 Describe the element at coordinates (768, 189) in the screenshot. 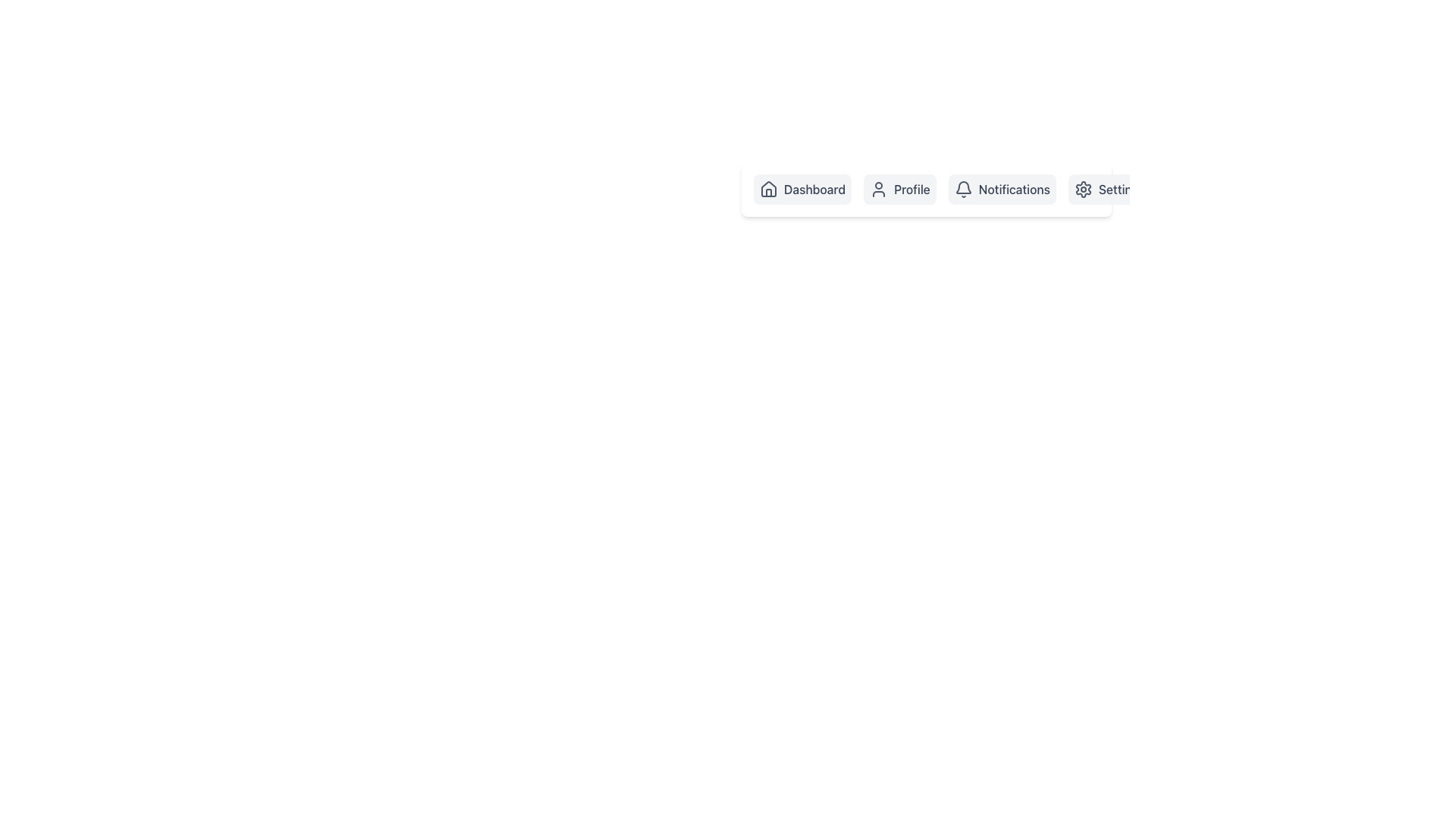

I see `the 'Dashboard' icon located at the far left of the navigation bar, which visually represents the 'Dashboard' section` at that location.